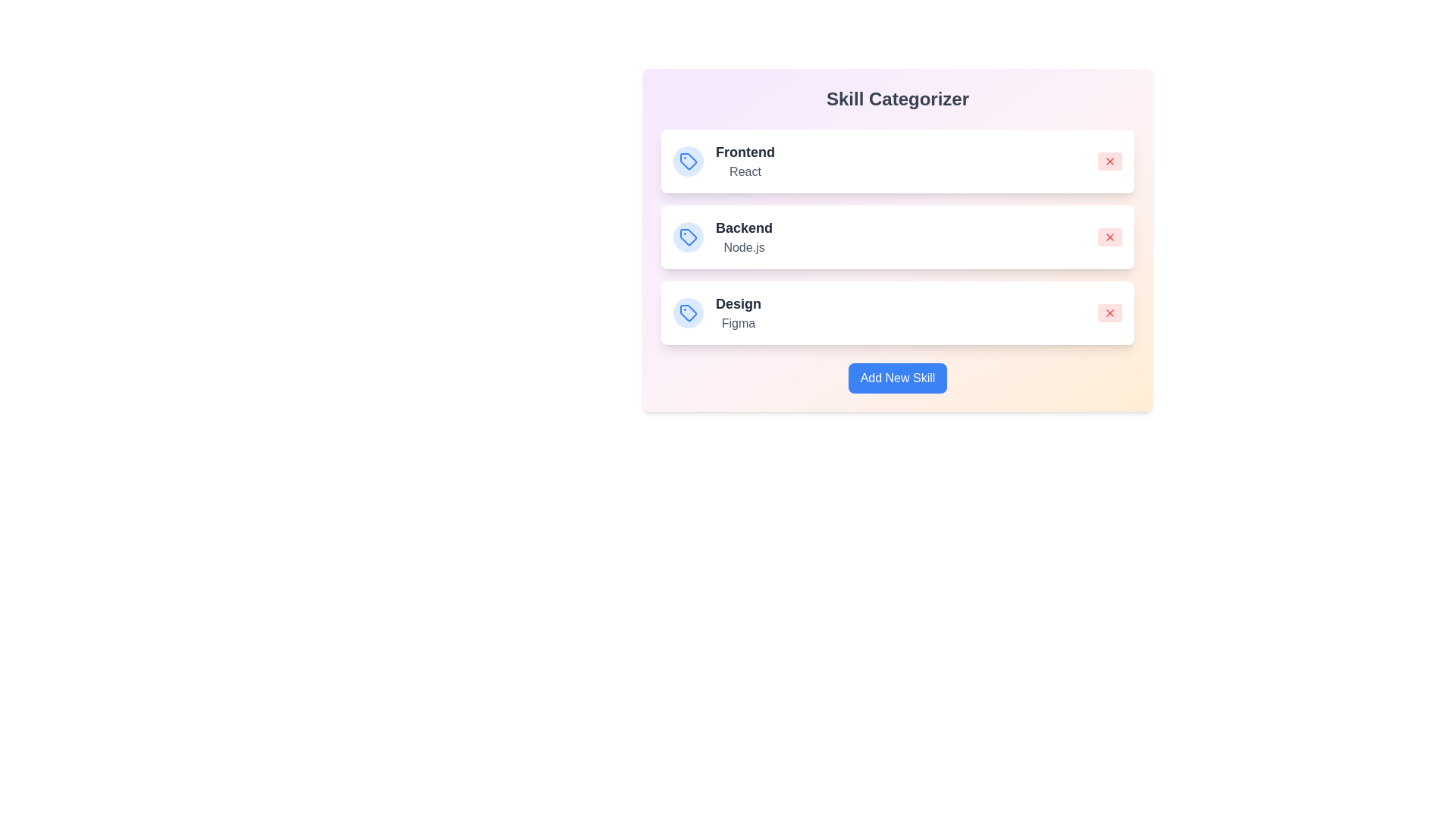  What do you see at coordinates (1110, 237) in the screenshot?
I see `'X' button to remove the skill associated with Backend` at bounding box center [1110, 237].